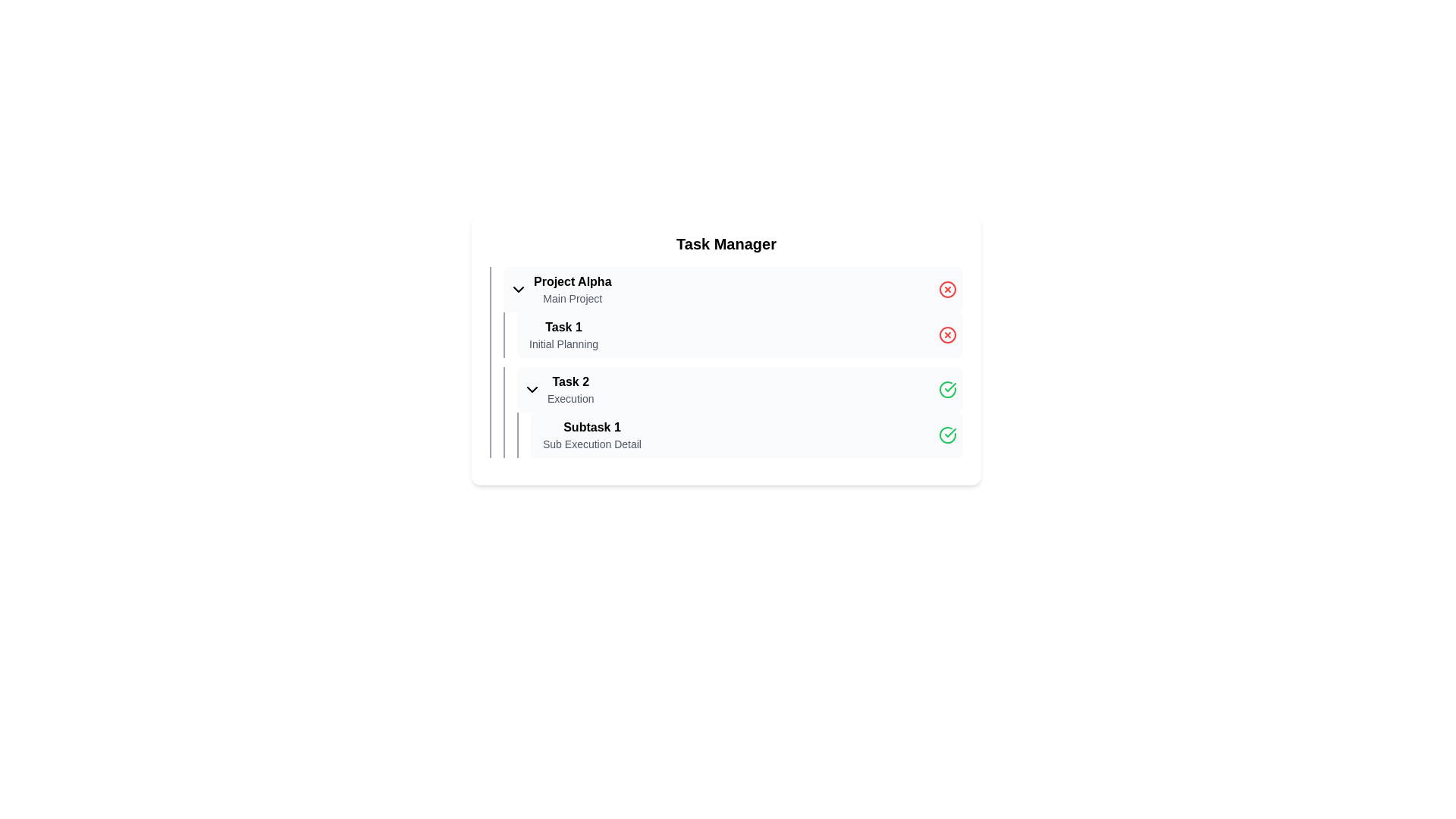 The width and height of the screenshot is (1456, 819). I want to click on the SVG checkmark icon indicating the completion of 'Subtask 1', located near the bottom of the task list interface, so click(949, 386).